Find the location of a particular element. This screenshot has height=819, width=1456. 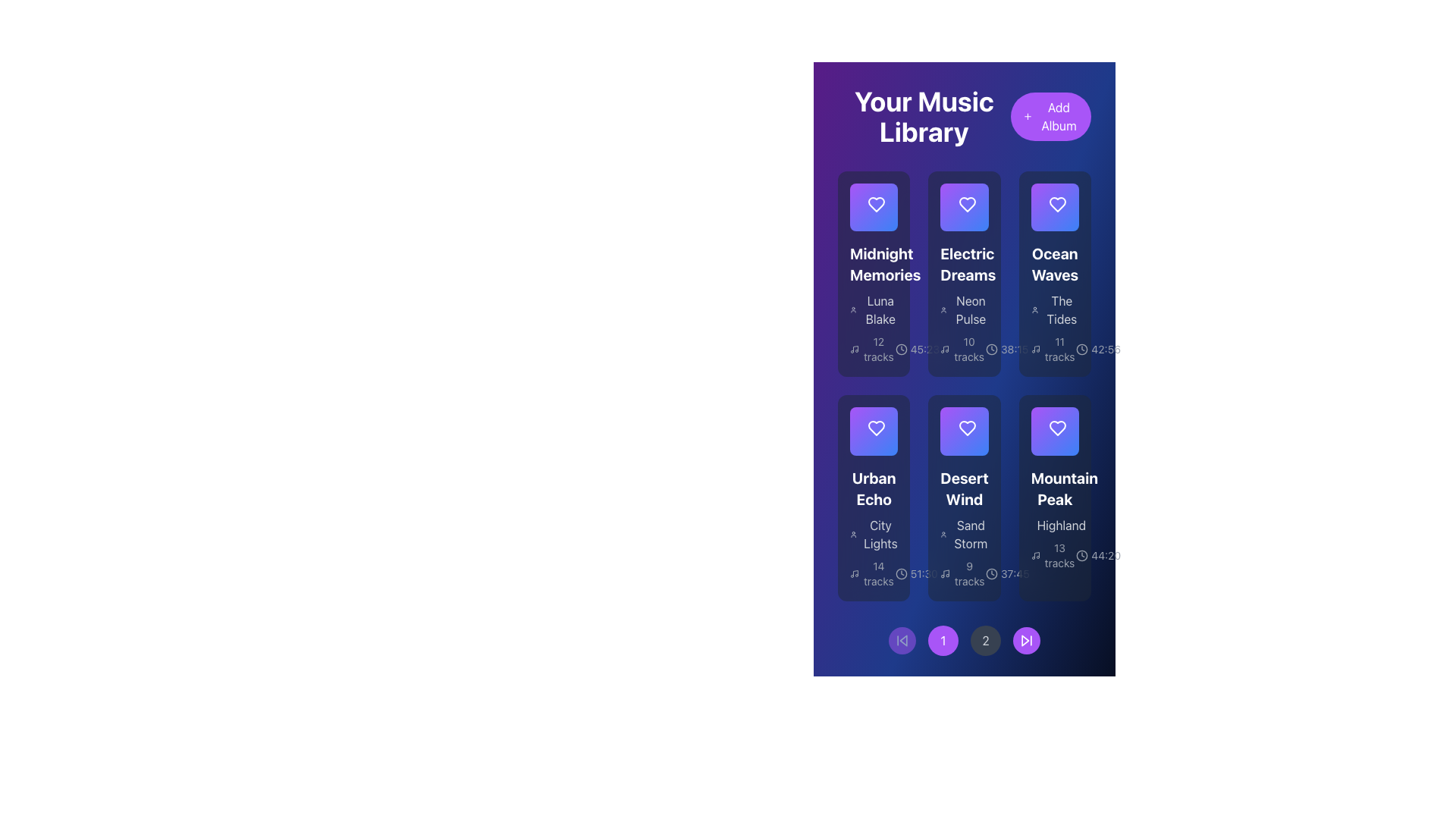

the triangular play icon located in the center of the second card in the top row of the grid layout under 'Your Music Library' to initiate play is located at coordinates (964, 207).